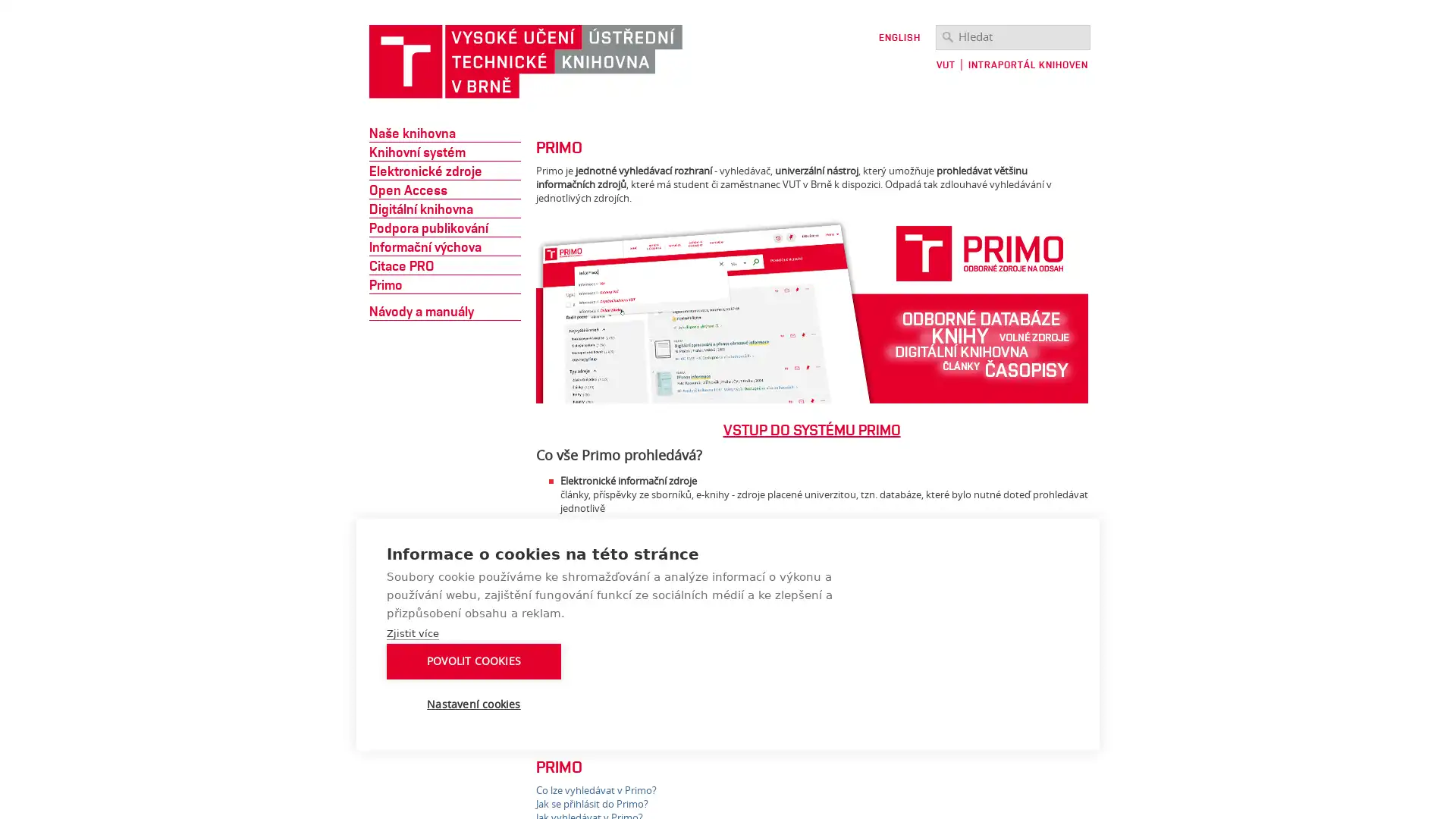 This screenshot has width=1456, height=819. I want to click on POVOLIT COOKIES, so click(979, 643).